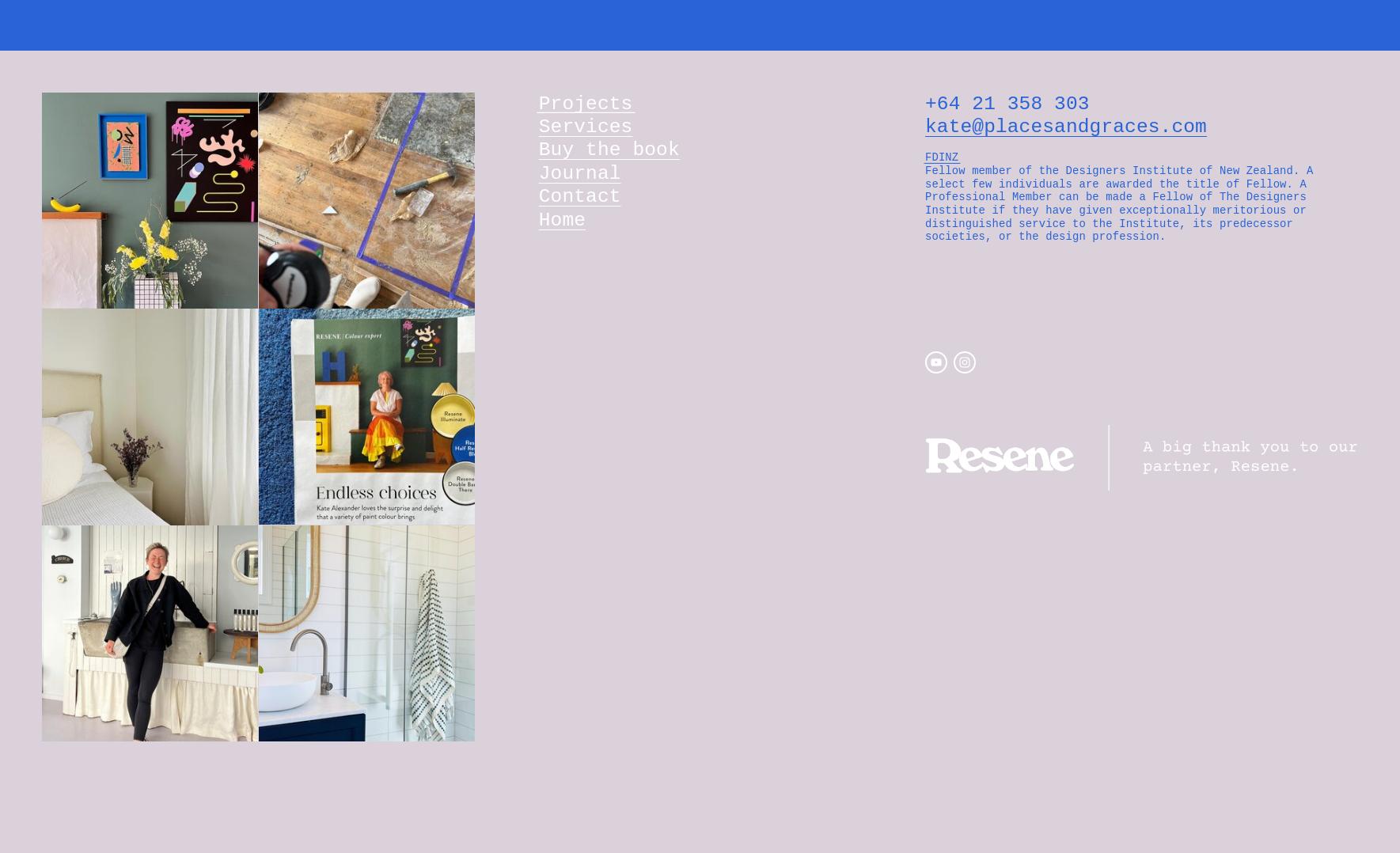 This screenshot has width=1400, height=853. I want to click on 'Buy the book', so click(538, 149).